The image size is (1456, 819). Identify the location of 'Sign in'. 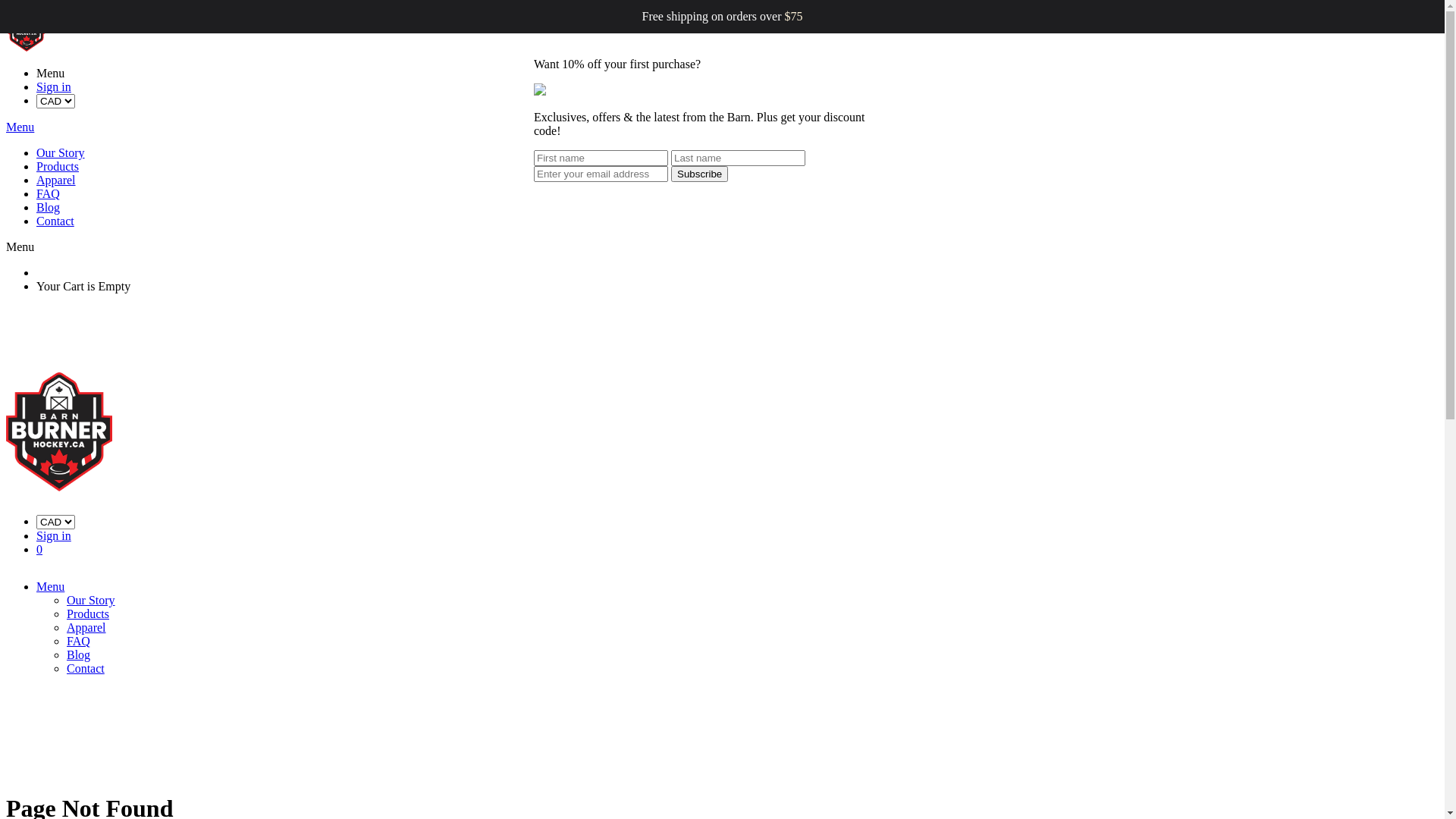
(54, 86).